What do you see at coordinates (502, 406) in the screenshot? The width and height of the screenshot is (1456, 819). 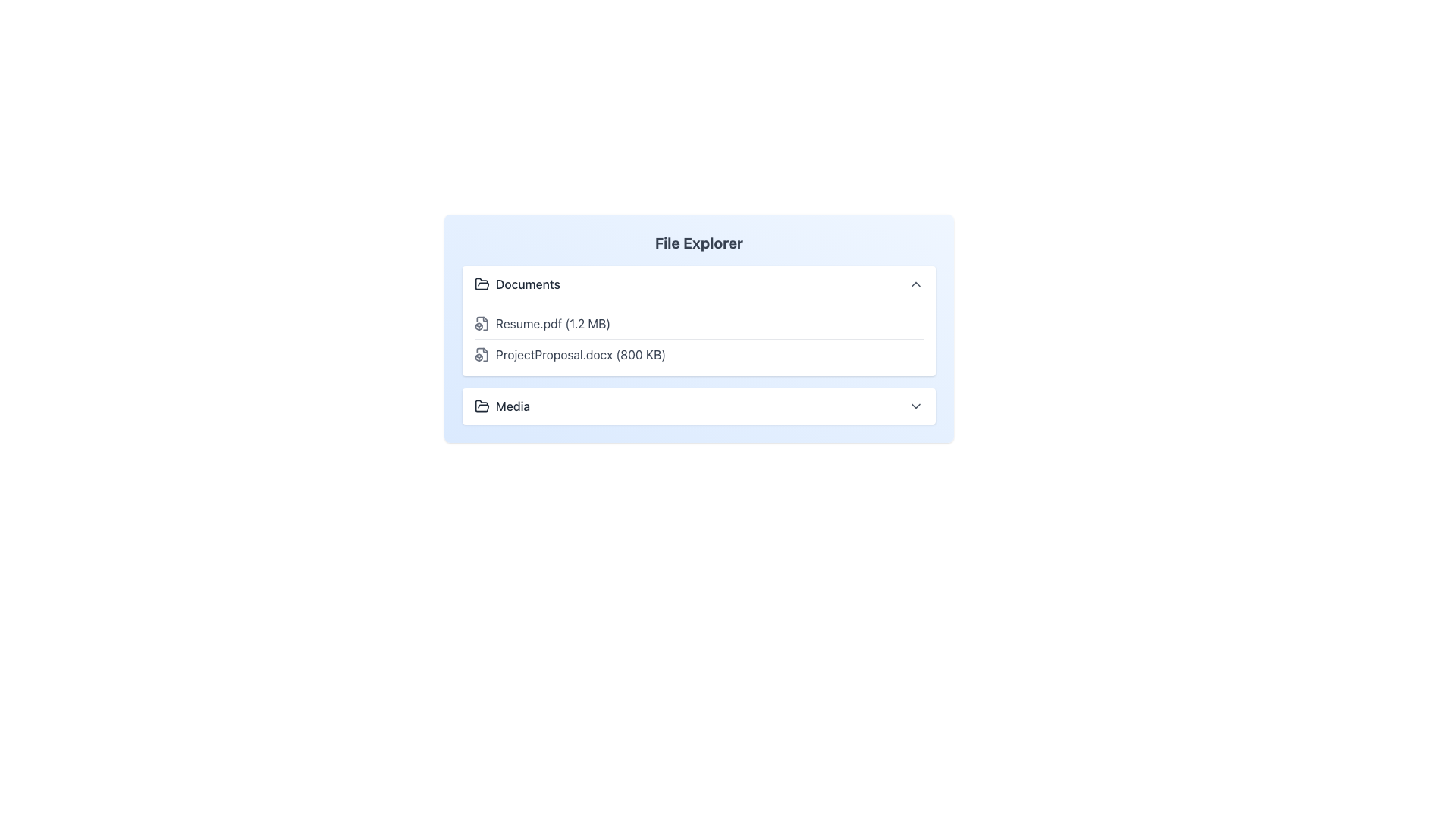 I see `the 'Media' folder in the file explorer` at bounding box center [502, 406].